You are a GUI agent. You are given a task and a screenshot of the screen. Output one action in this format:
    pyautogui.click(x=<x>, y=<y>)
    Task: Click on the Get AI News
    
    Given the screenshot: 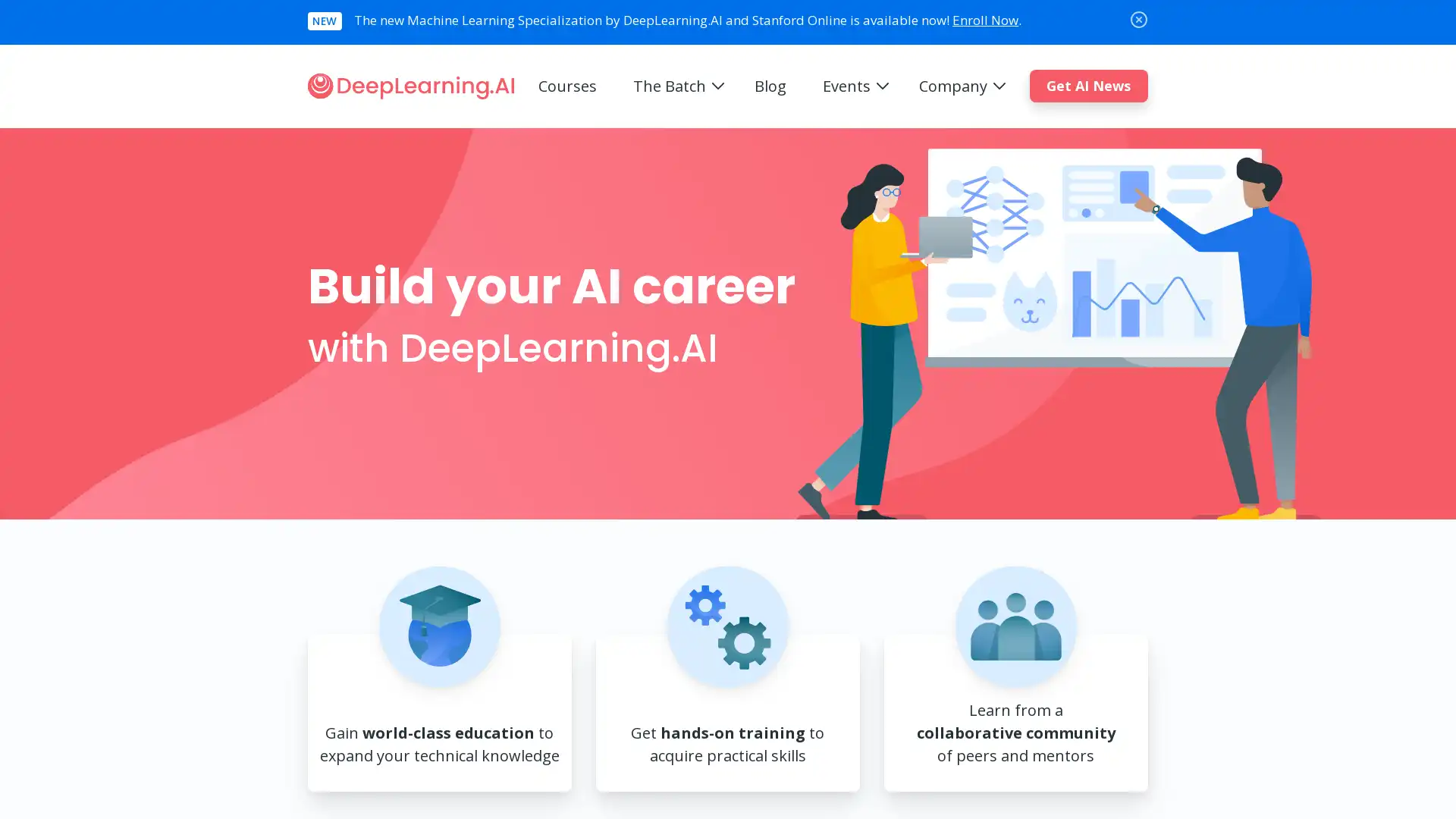 What is the action you would take?
    pyautogui.click(x=1087, y=85)
    